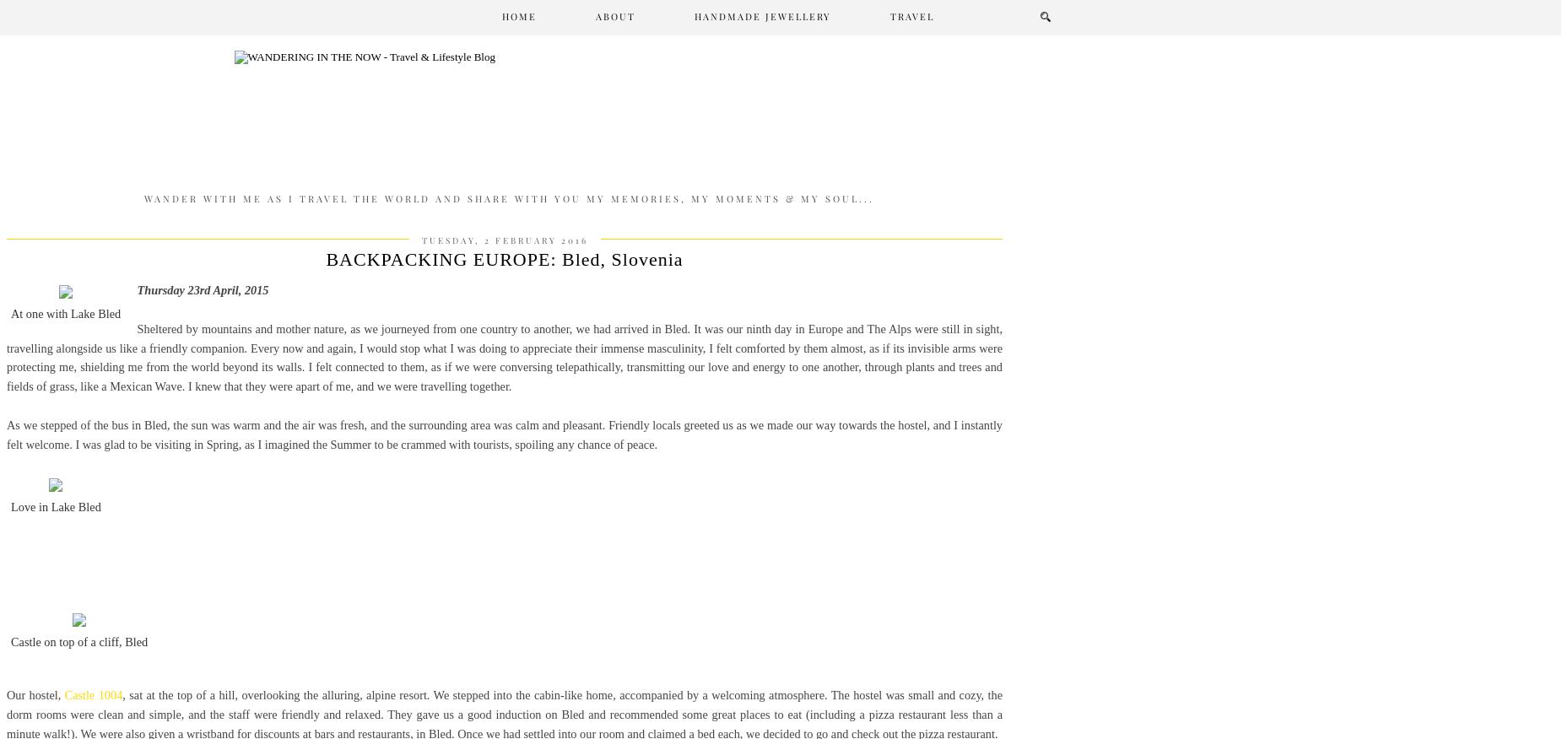 This screenshot has height=739, width=1568. I want to click on 'Love in Lake Bled', so click(54, 504).